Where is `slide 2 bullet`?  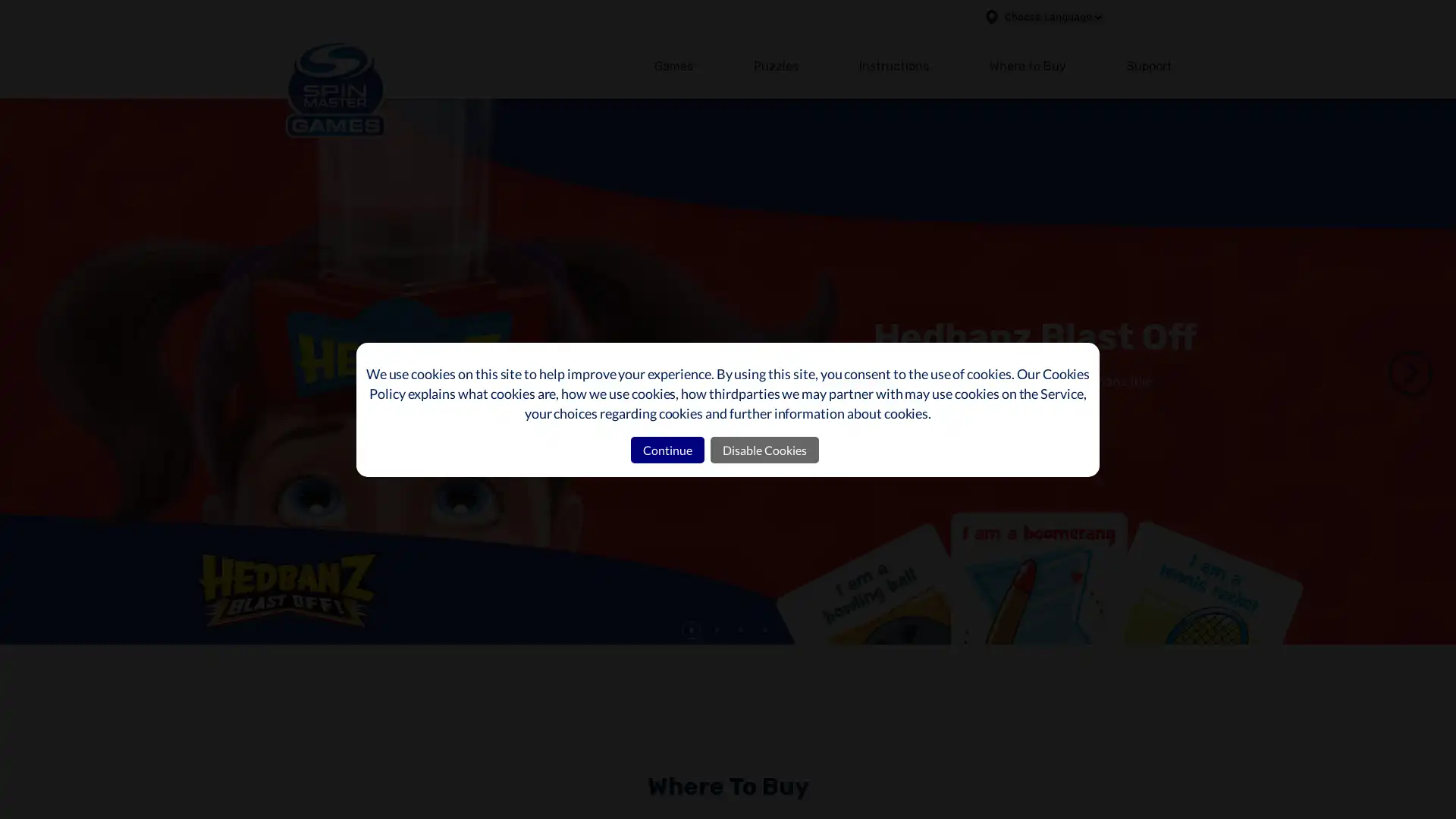 slide 2 bullet is located at coordinates (716, 629).